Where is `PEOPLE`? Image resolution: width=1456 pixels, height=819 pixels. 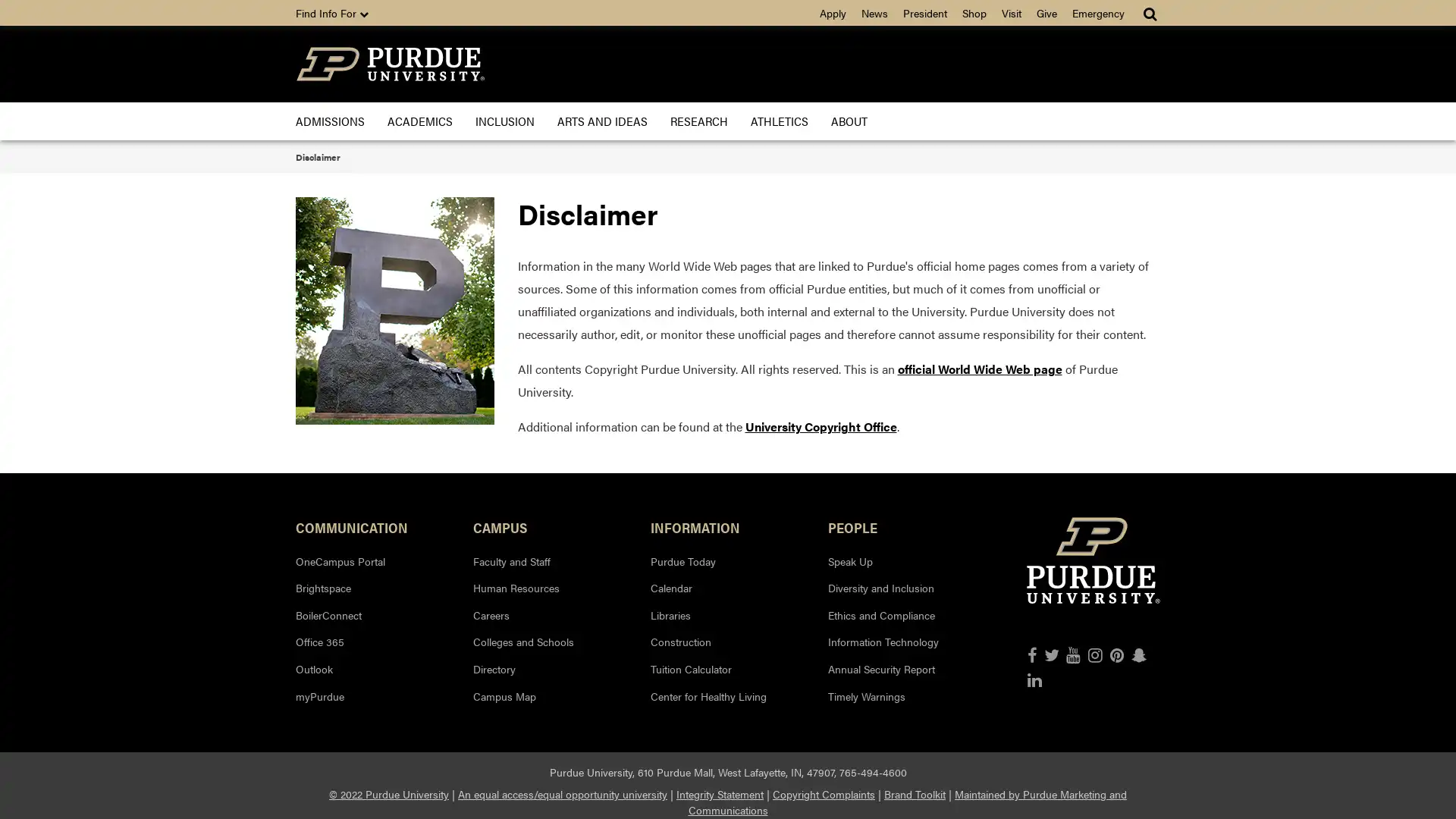 PEOPLE is located at coordinates (905, 522).